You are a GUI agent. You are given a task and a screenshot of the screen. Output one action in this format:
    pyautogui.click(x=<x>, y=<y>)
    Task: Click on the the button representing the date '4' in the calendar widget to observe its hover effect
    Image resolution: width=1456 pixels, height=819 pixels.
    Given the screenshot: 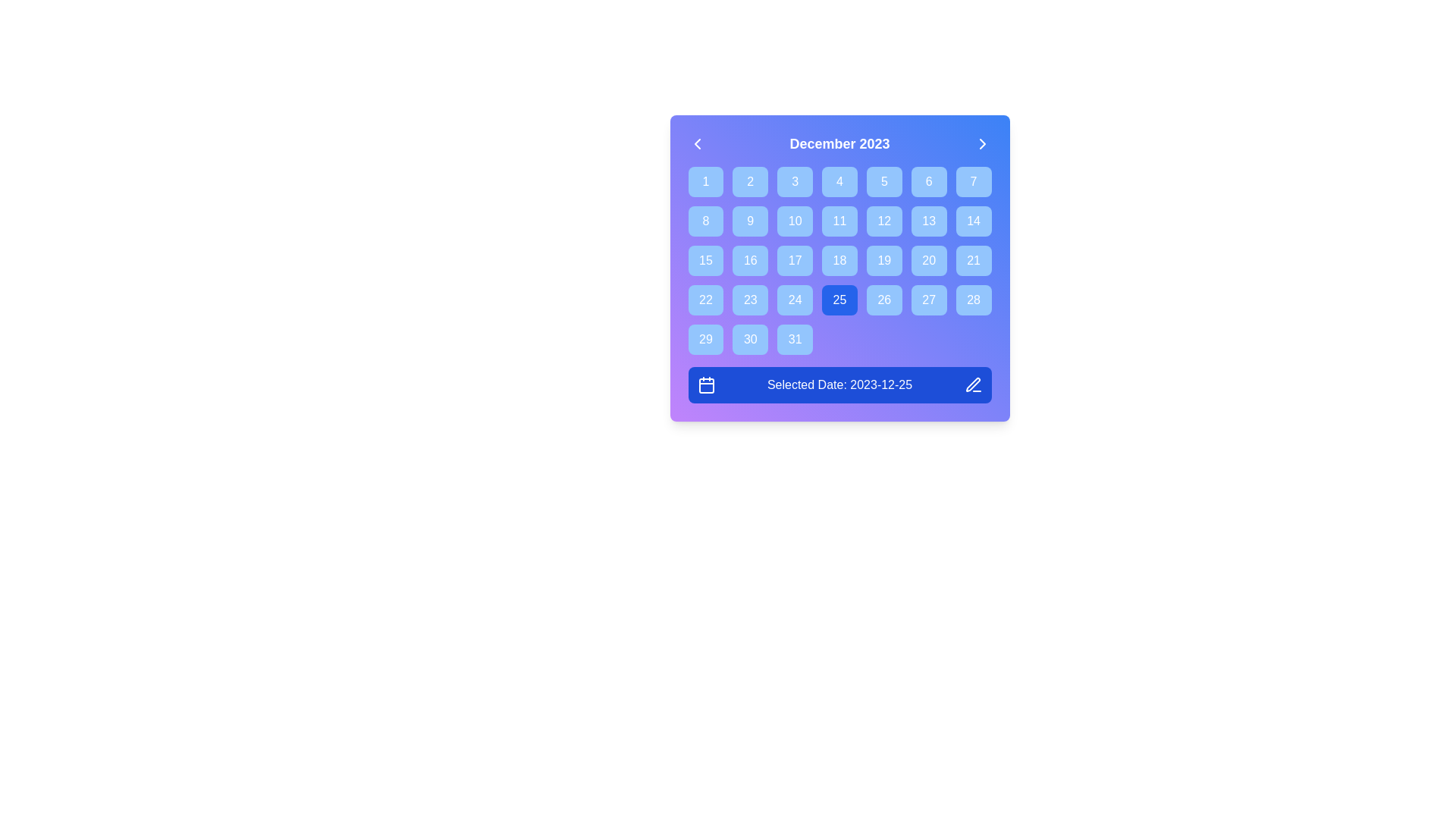 What is the action you would take?
    pyautogui.click(x=839, y=180)
    